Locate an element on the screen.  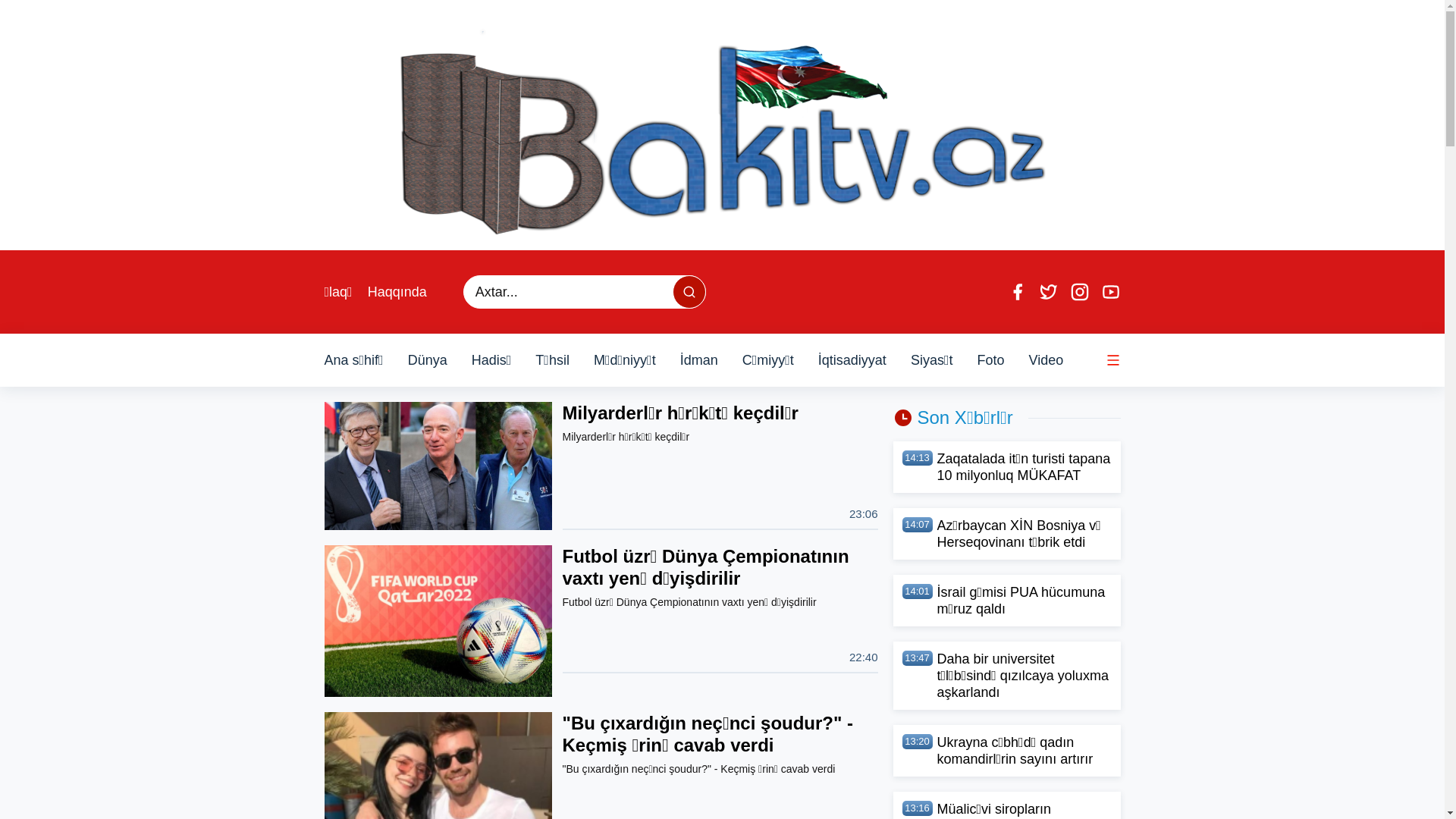
'Twitter' is located at coordinates (1047, 292).